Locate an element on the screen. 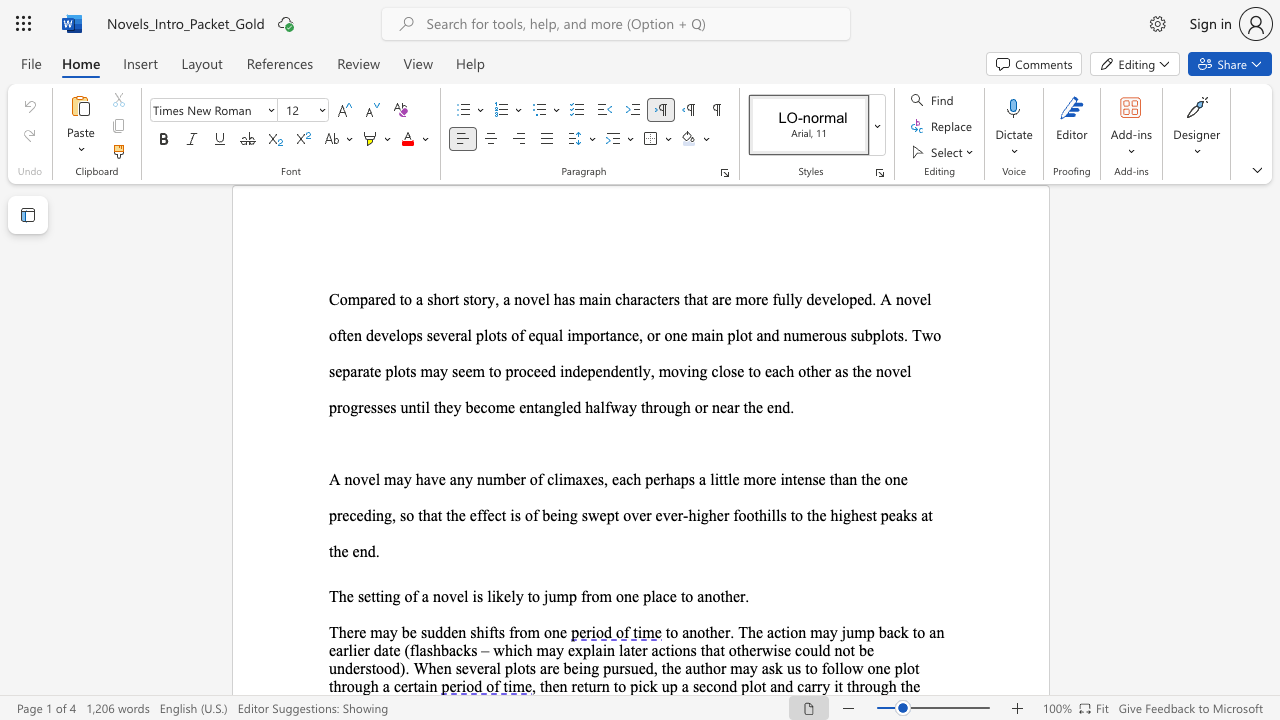 The height and width of the screenshot is (720, 1280). the subset text "(flashbacks – which may explain later actions that oth" within the text "to another. The action may jump back to an earlier date (flashbacks – which may explain later actions that otherwise could not be understood). When several plots are being pursued, the author may ask us to follow one plot through a certain" is located at coordinates (403, 650).